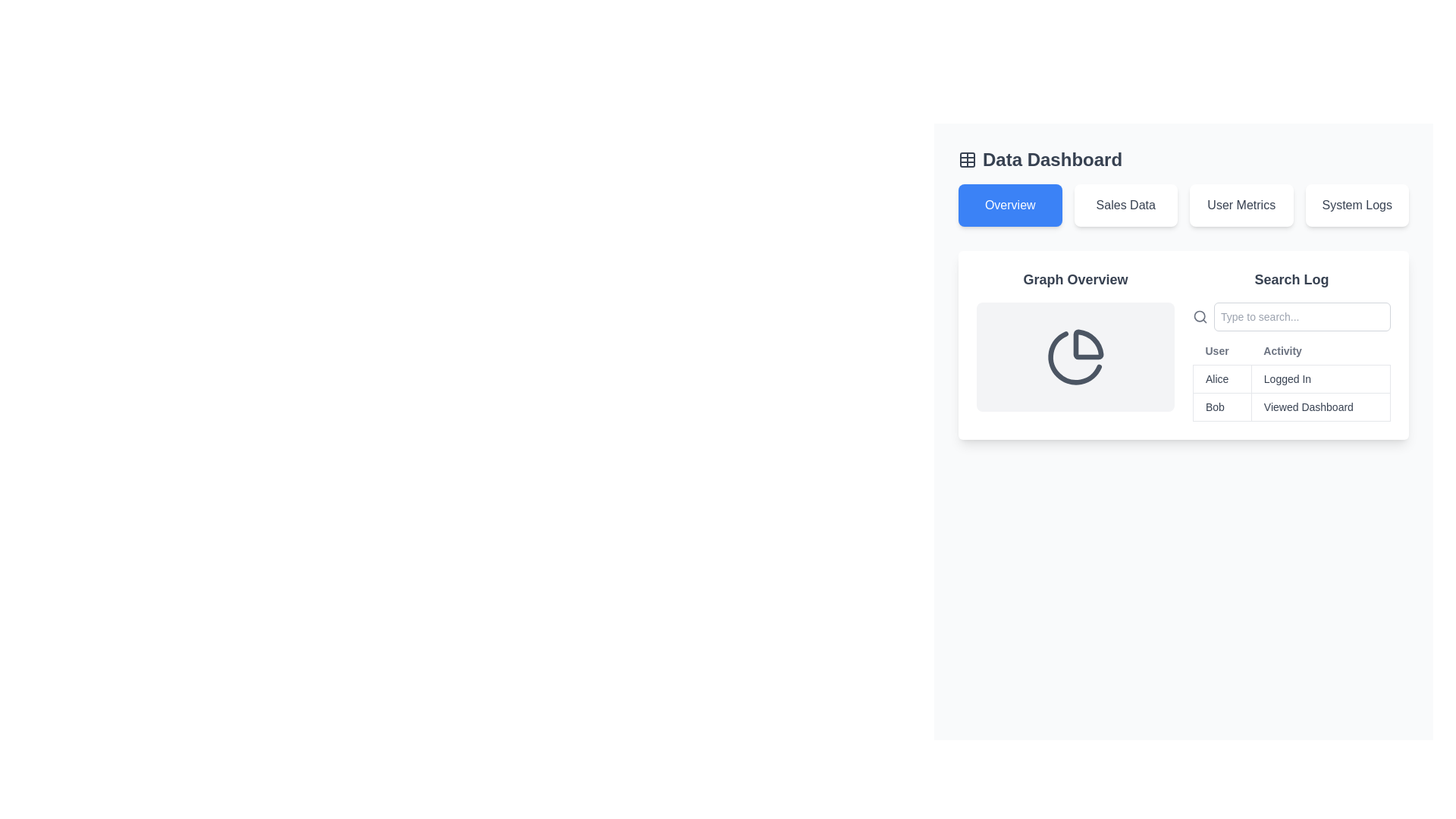 This screenshot has height=819, width=1456. I want to click on the 'Overview' button, so click(1010, 205).